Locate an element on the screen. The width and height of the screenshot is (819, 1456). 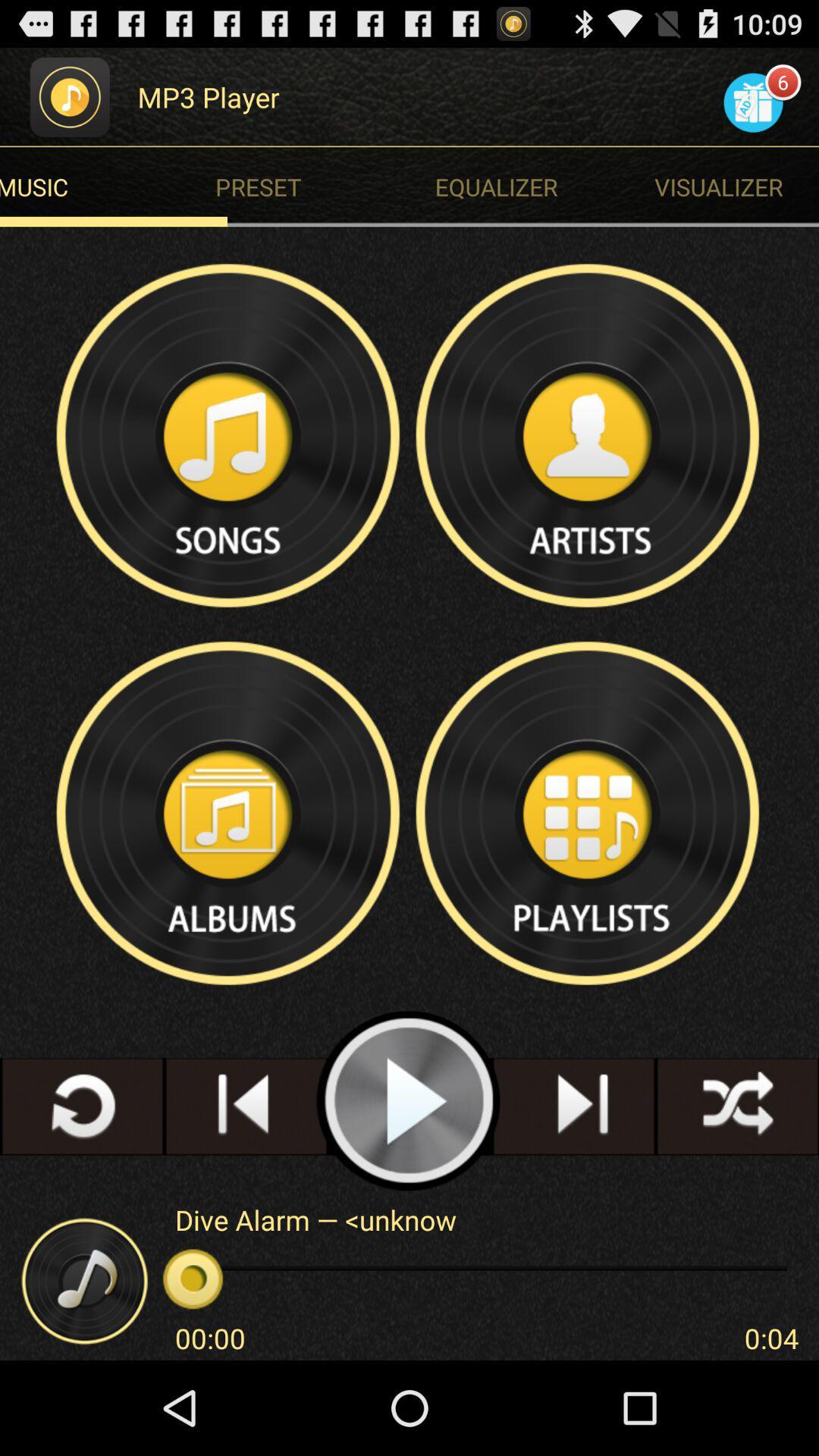
artists list is located at coordinates (588, 435).